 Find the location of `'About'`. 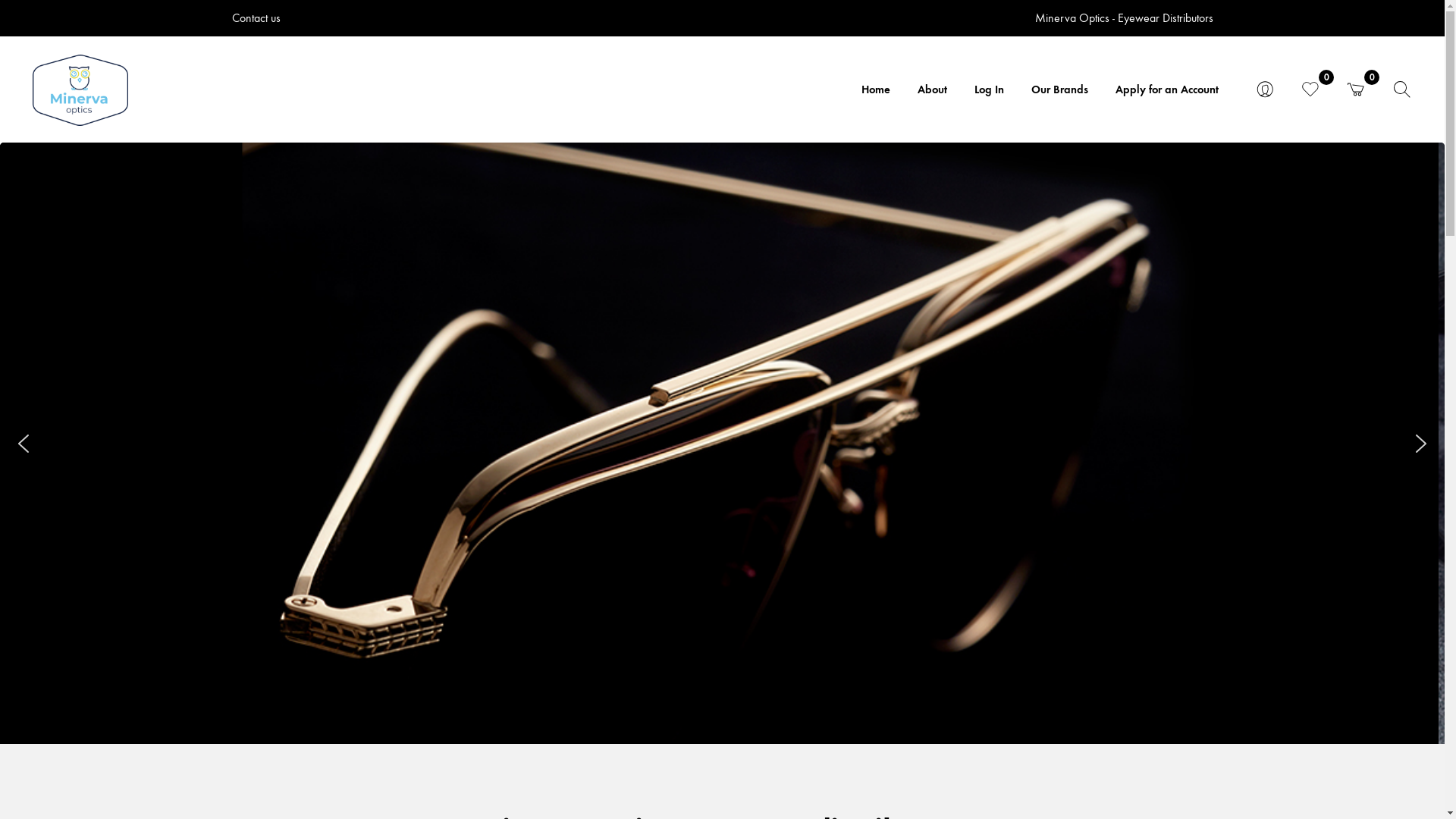

'About' is located at coordinates (931, 90).